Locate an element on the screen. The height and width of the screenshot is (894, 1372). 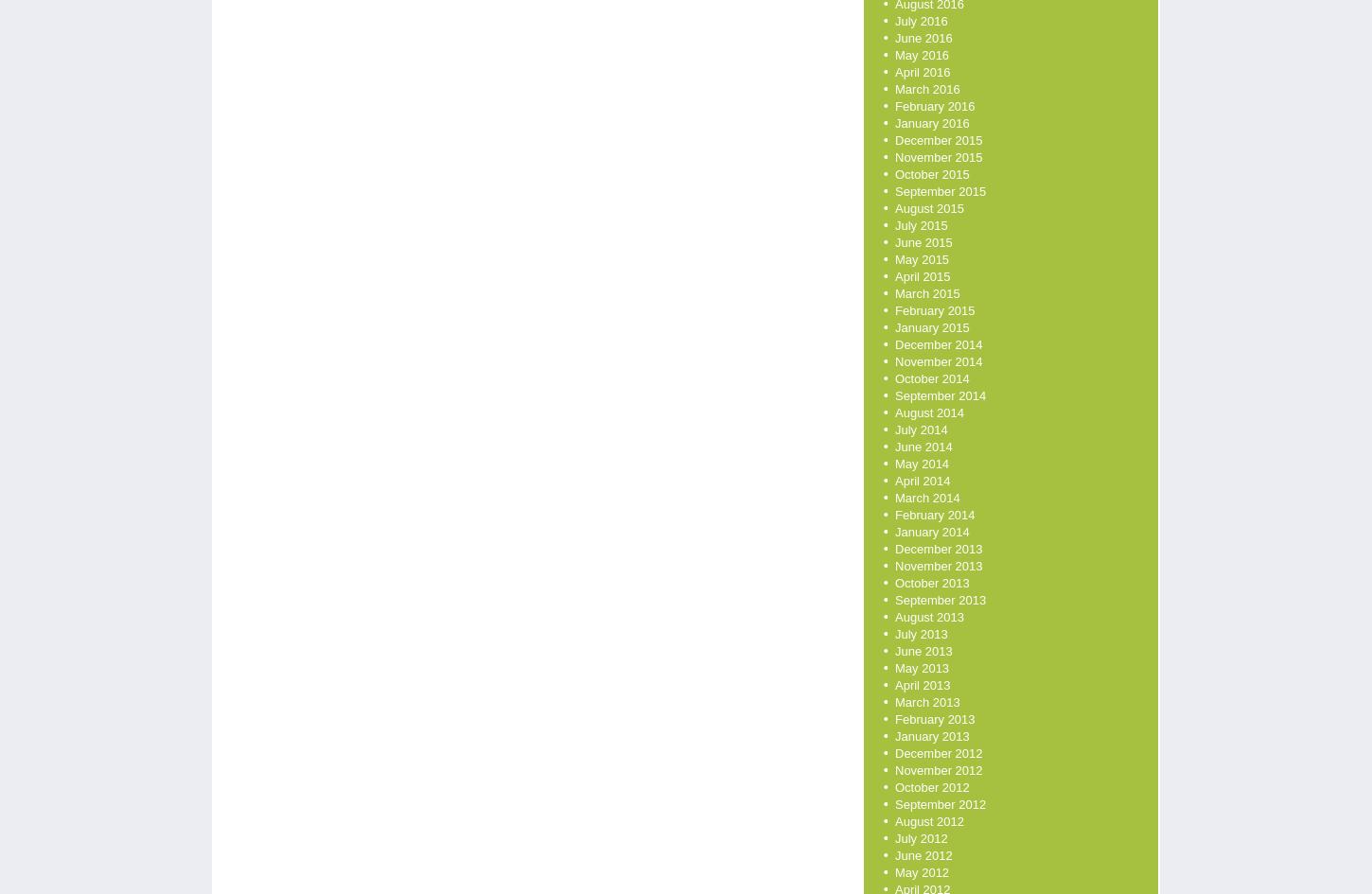
'July 2012' is located at coordinates (921, 837).